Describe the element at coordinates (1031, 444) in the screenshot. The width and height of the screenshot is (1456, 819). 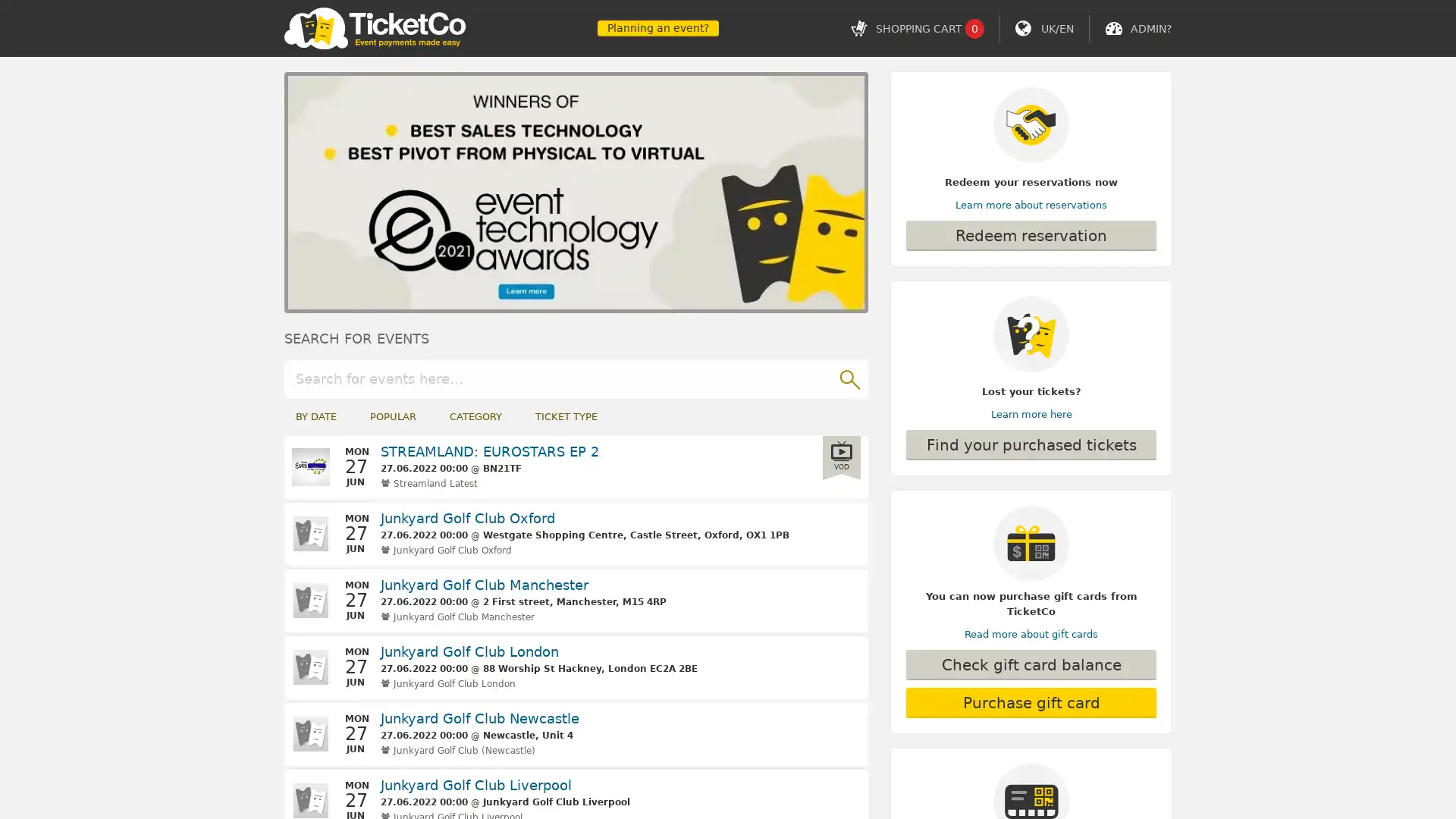
I see `Find your purchased tickets` at that location.